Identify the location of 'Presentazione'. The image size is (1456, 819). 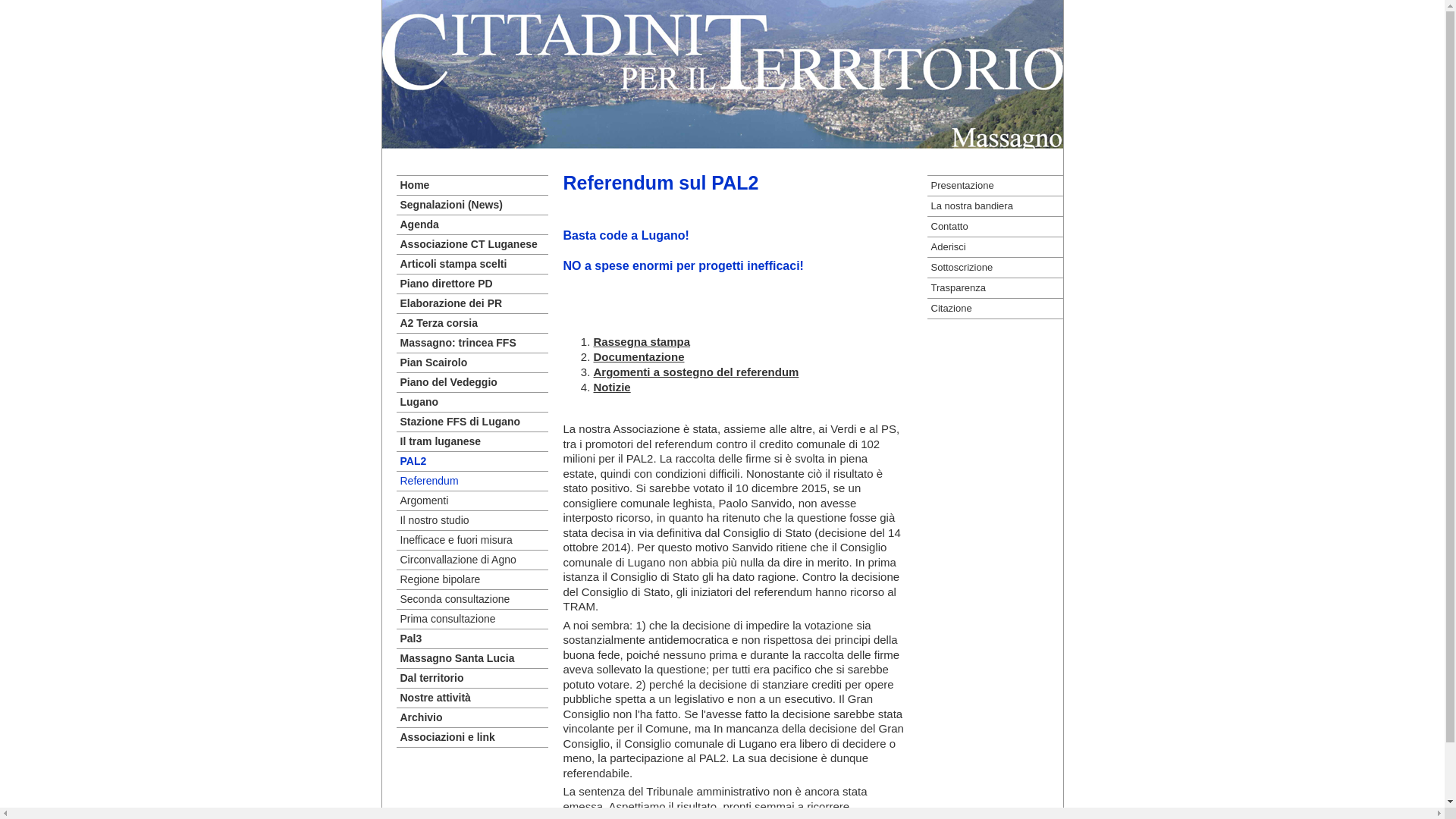
(994, 185).